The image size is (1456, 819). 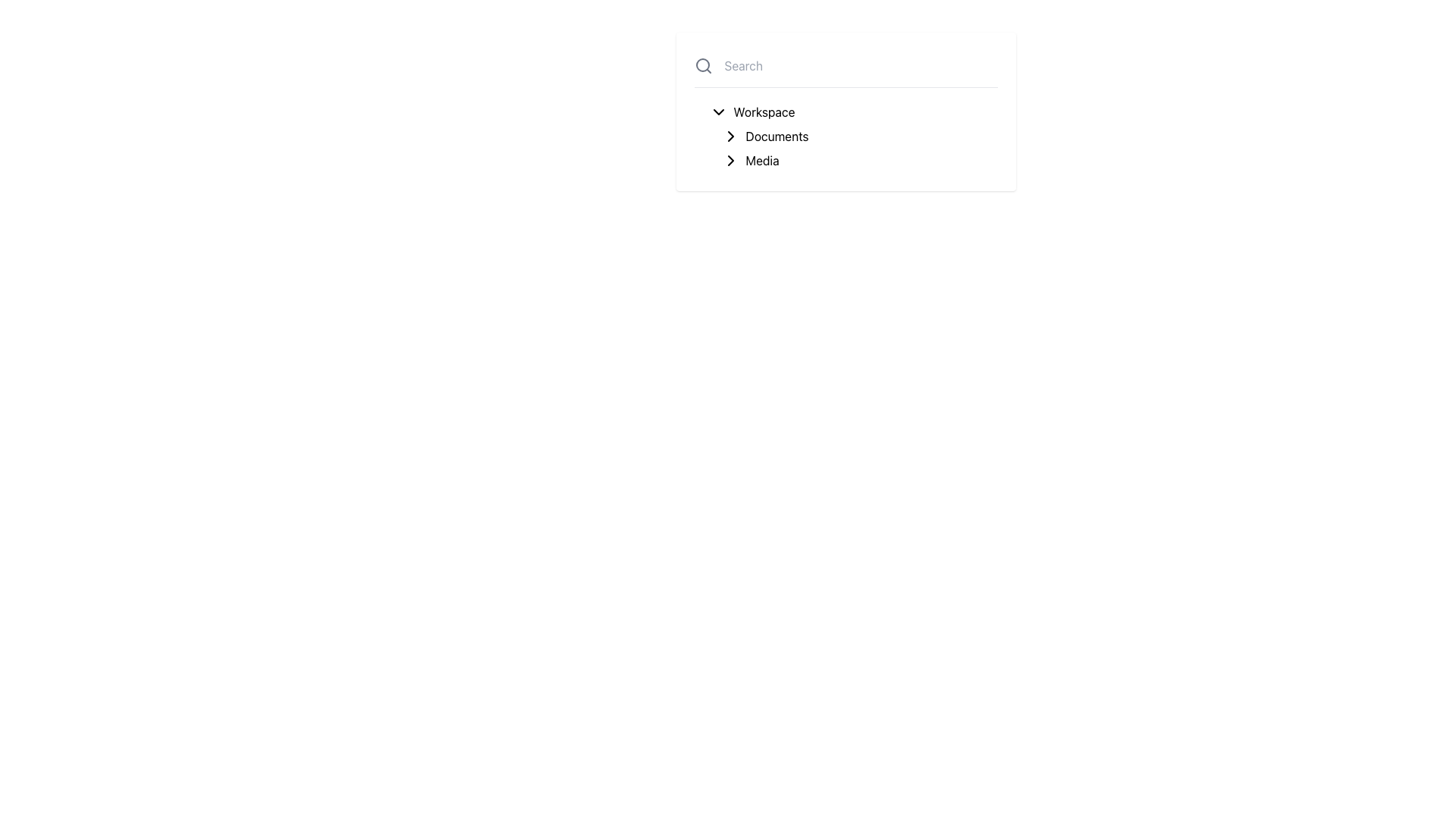 What do you see at coordinates (762, 161) in the screenshot?
I see `the 'Media' text label element which is styled with 'text-blue-600' and 'font-semibold' classes, positioned within a selectable list to the right of a chevron SVG icon` at bounding box center [762, 161].